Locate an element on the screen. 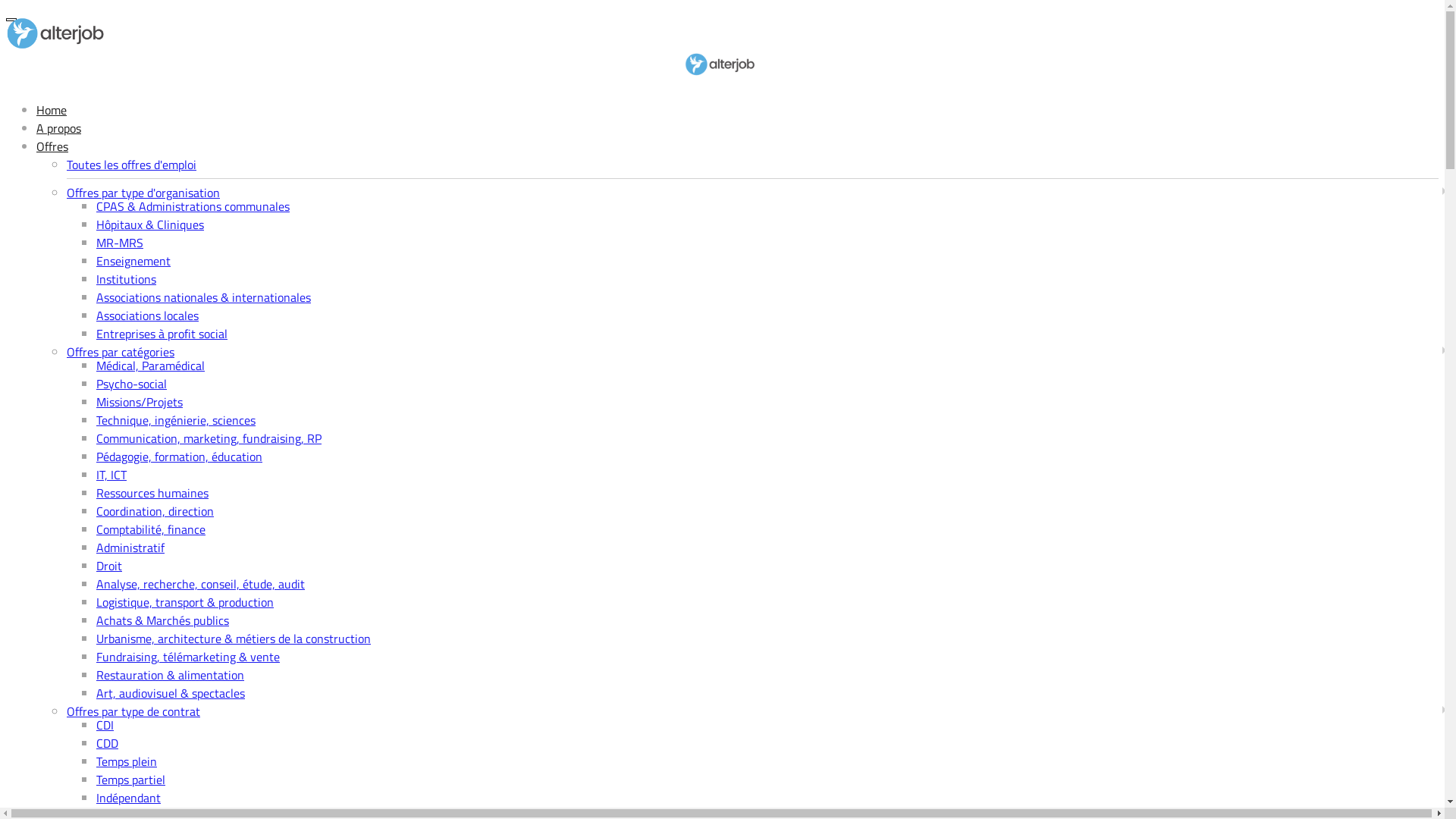  'Home' is located at coordinates (51, 109).